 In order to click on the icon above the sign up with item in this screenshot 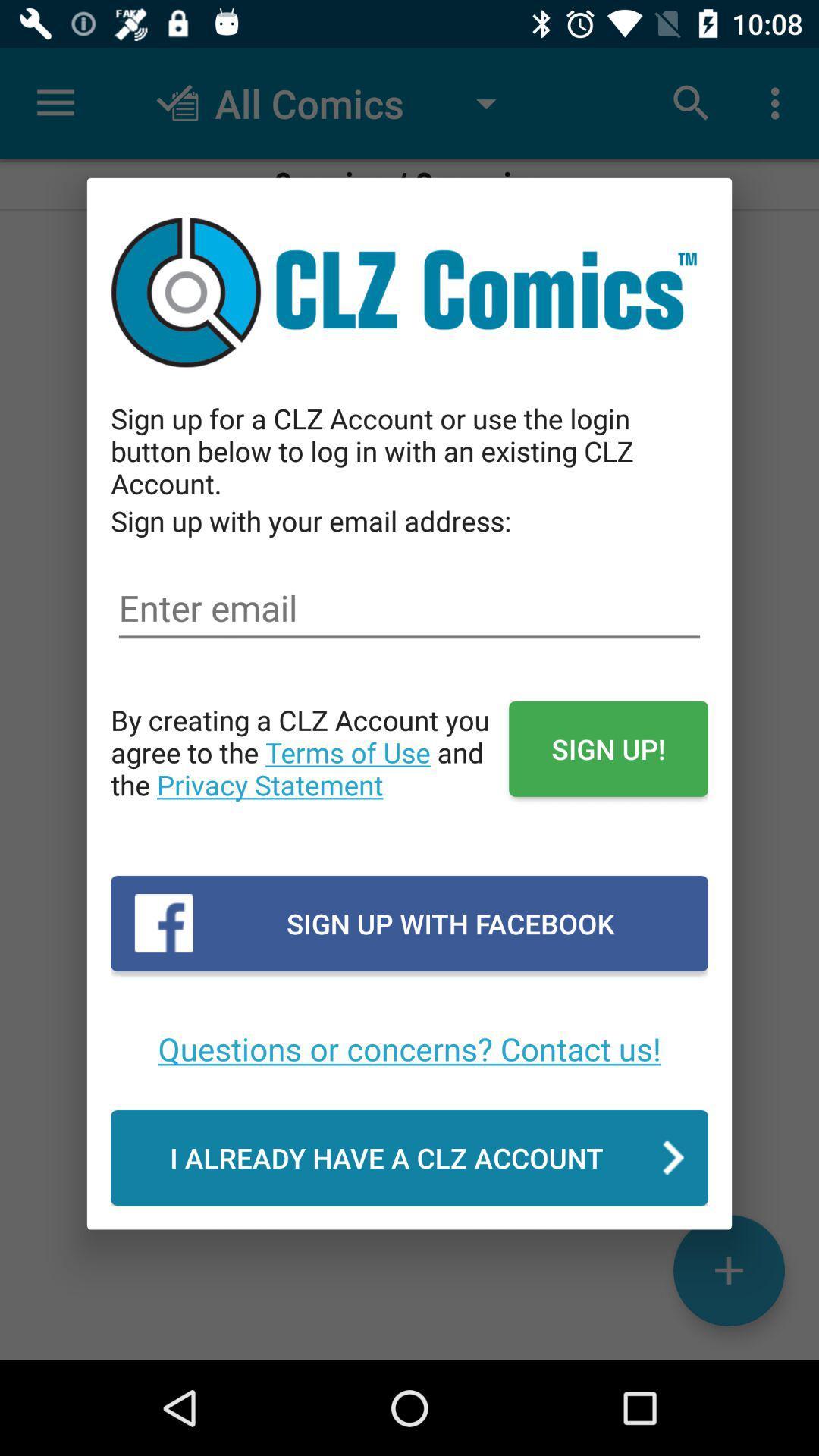, I will do `click(309, 768)`.